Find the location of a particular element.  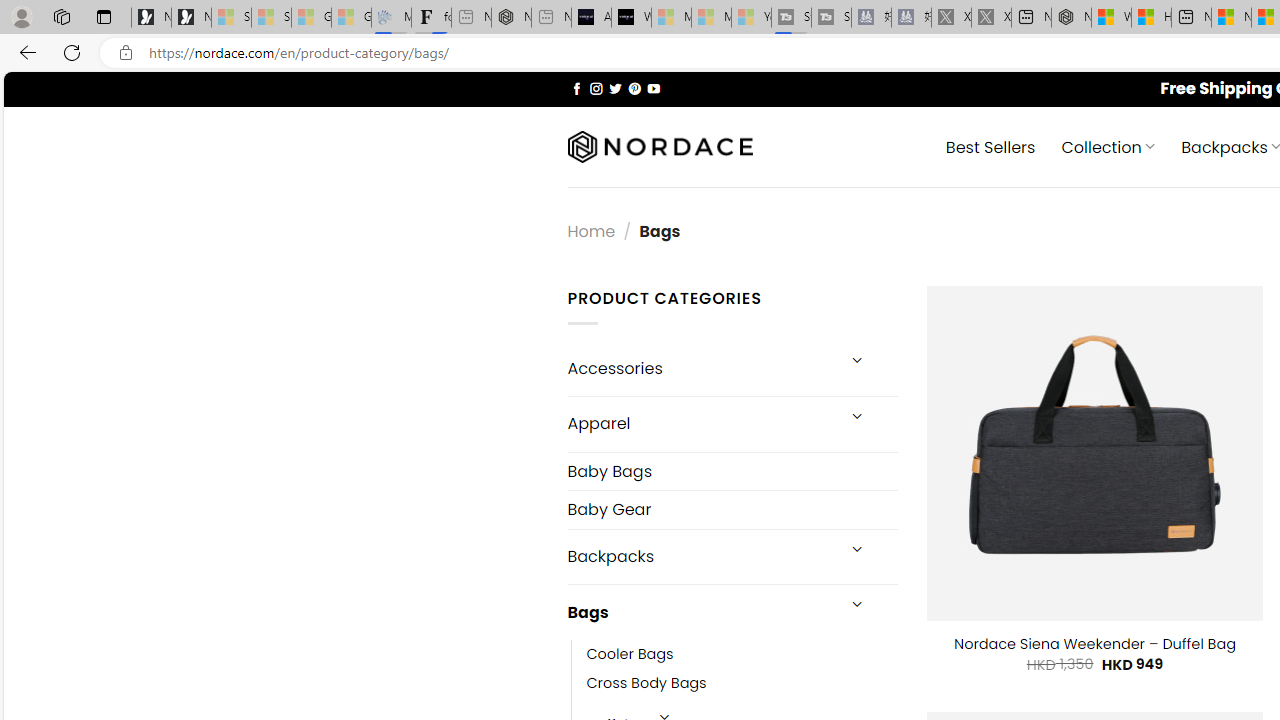

'Accessories' is located at coordinates (700, 368).